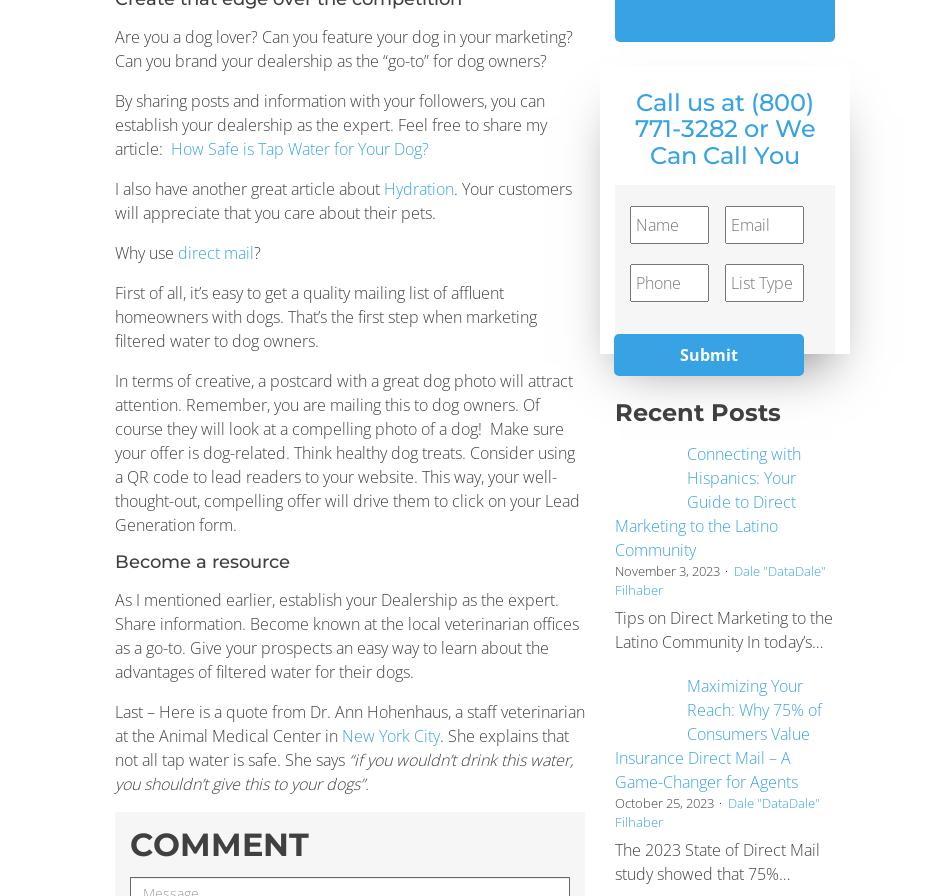  What do you see at coordinates (717, 733) in the screenshot?
I see `'Maximizing Your Reach: Why 75% of Consumers Value Insurance Direct Mail – A Game-Changer for Agents'` at bounding box center [717, 733].